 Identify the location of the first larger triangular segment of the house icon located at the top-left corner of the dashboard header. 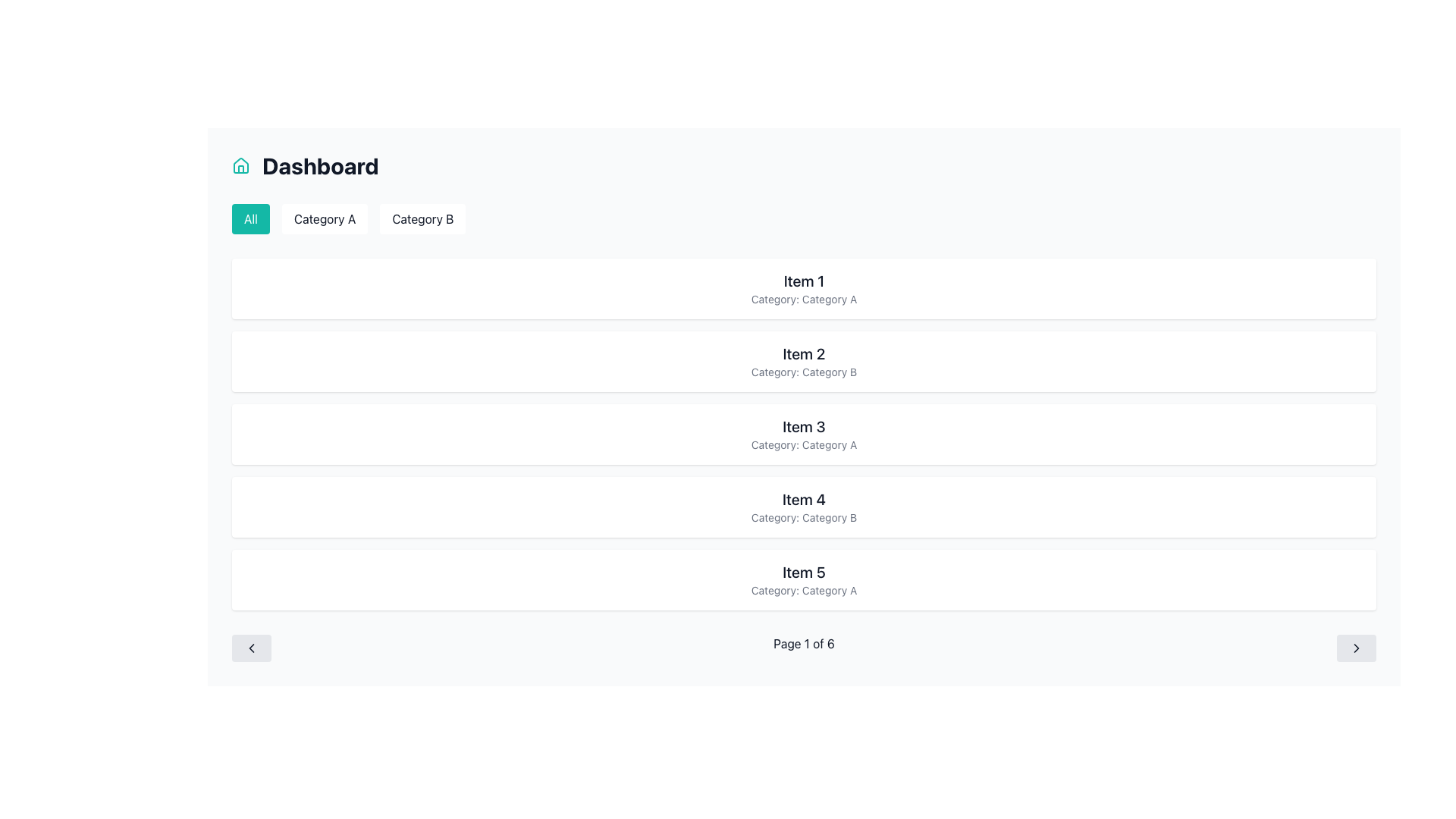
(240, 165).